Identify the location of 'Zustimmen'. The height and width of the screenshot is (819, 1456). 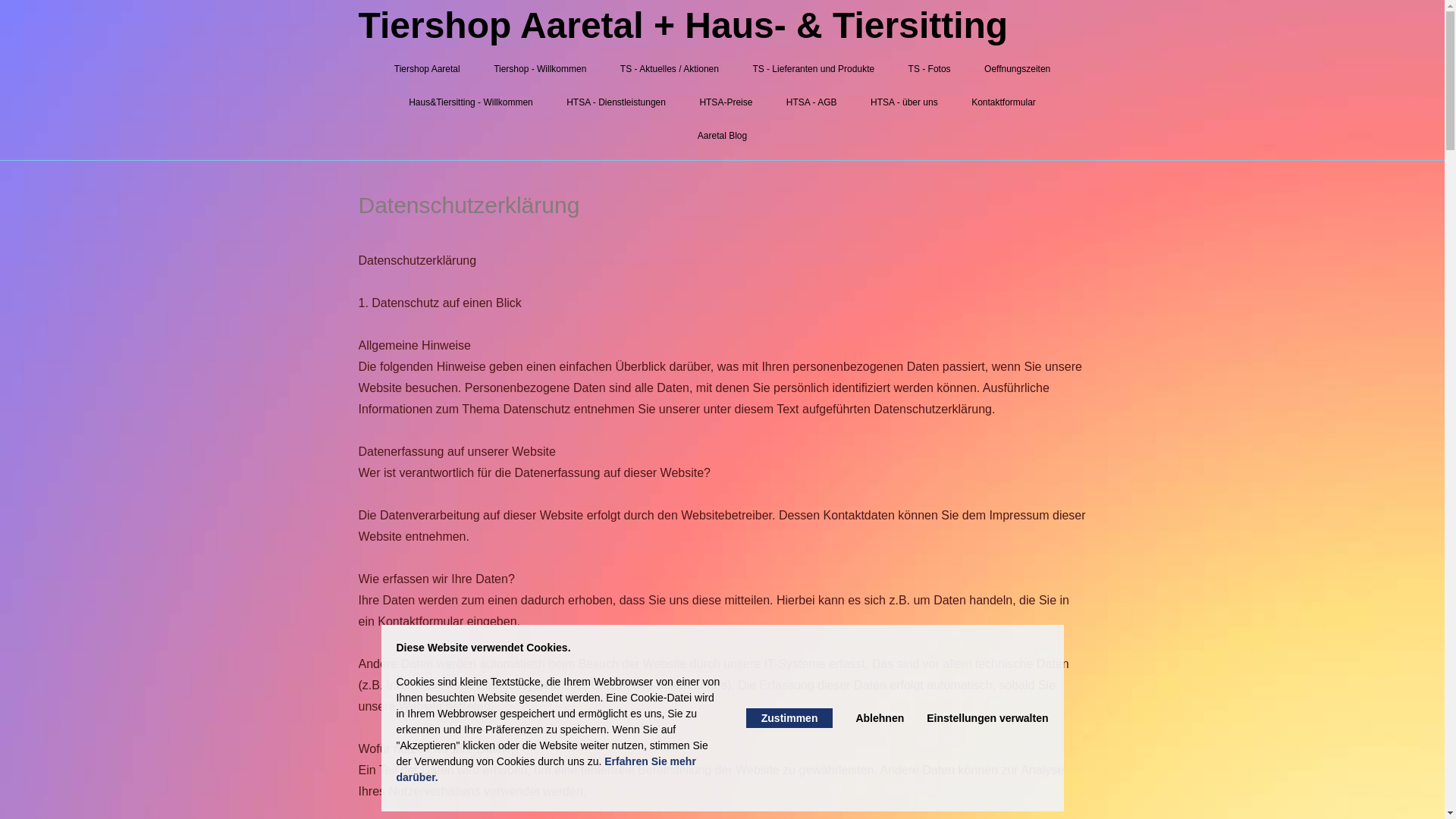
(789, 717).